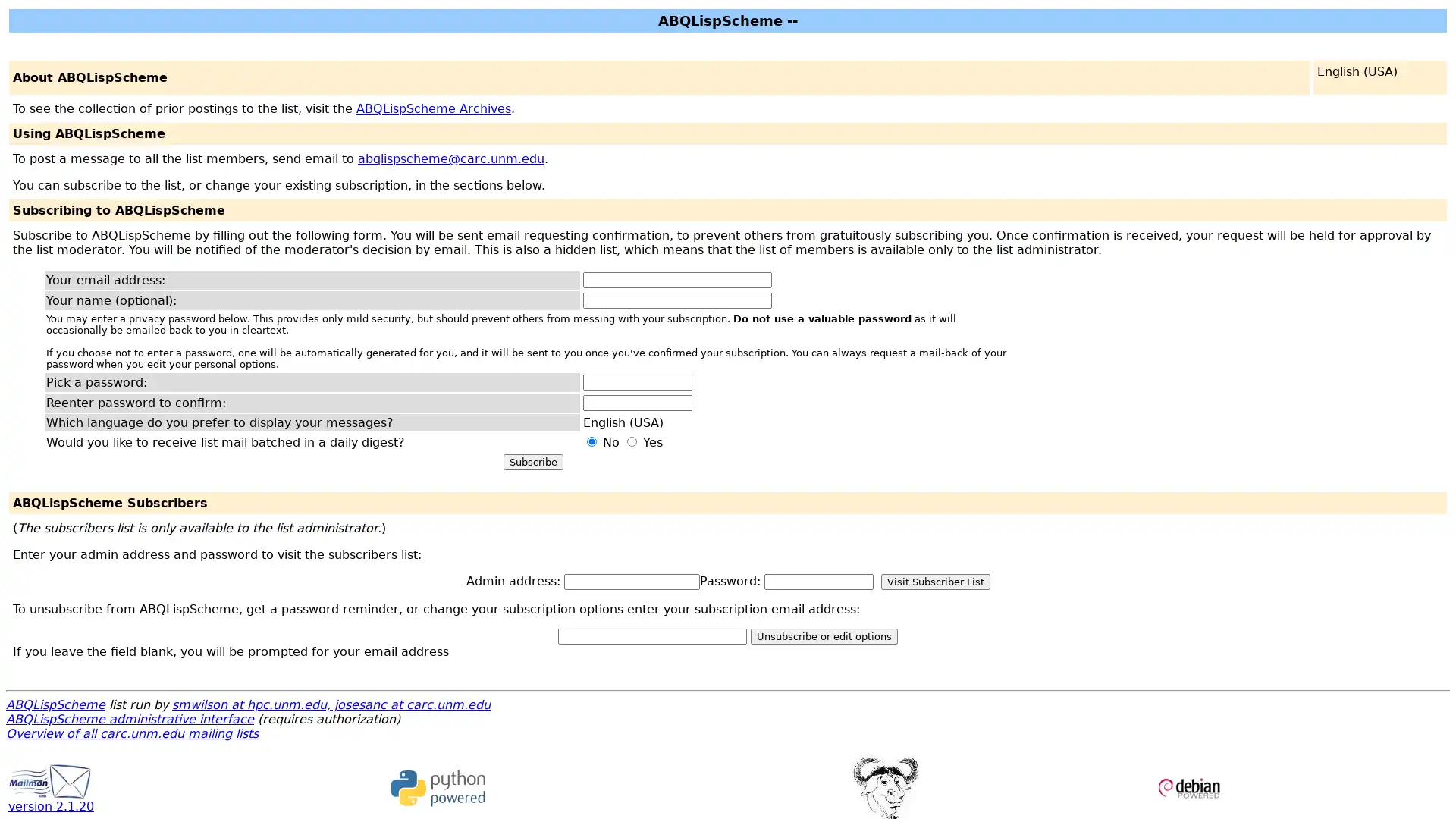 The height and width of the screenshot is (819, 1456). What do you see at coordinates (532, 461) in the screenshot?
I see `Subscribe` at bounding box center [532, 461].